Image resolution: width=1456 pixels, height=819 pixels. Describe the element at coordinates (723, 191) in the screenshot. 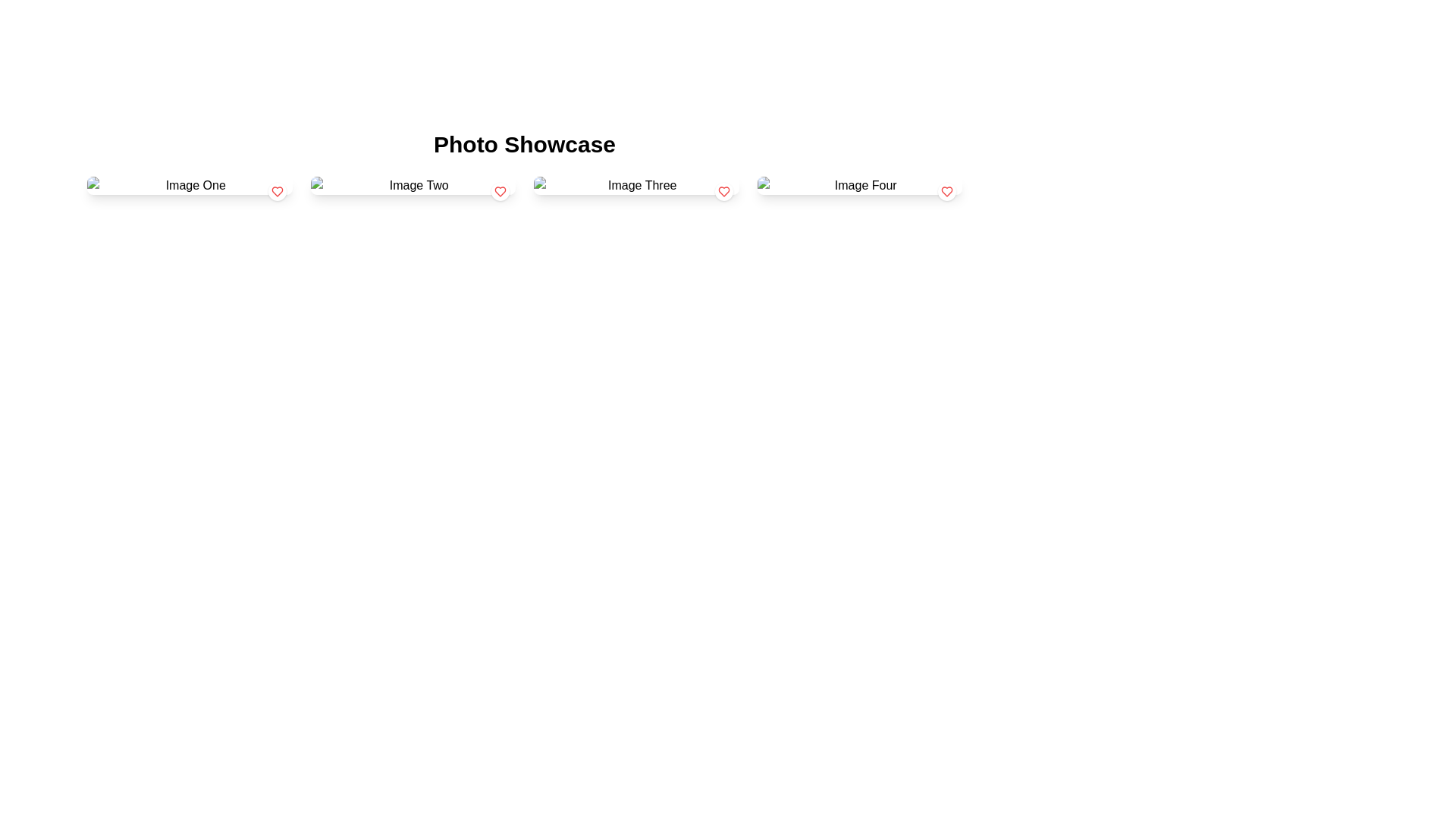

I see `the heart-shaped 'like' icon, which is red and located below the 'Image Three' label in the third column of the grid layout under the 'Photo Showcase' header` at that location.